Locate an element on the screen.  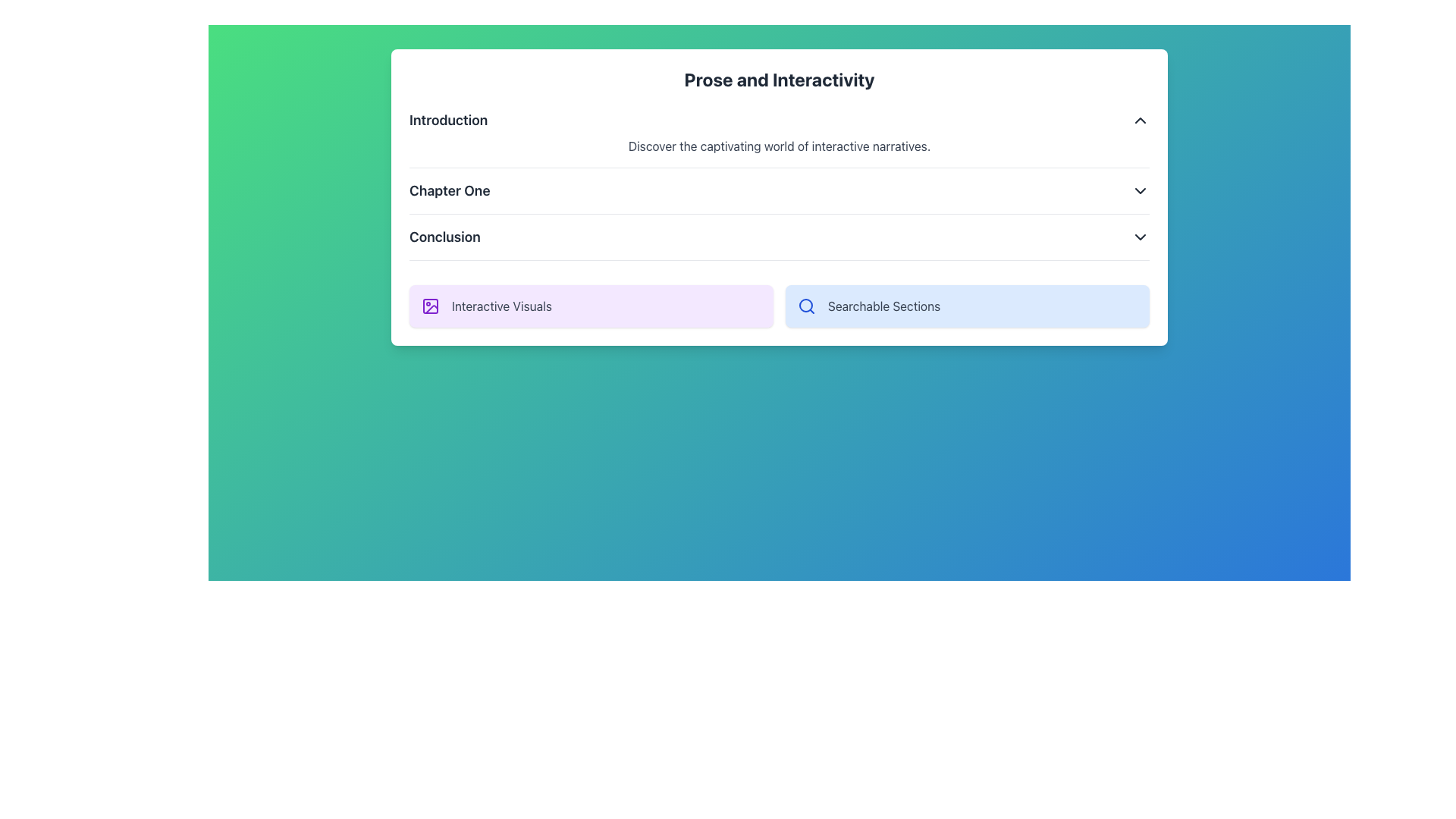
the text label that serves as the section title for the third section, located in the main content area above the dropdown arrow icon is located at coordinates (444, 237).